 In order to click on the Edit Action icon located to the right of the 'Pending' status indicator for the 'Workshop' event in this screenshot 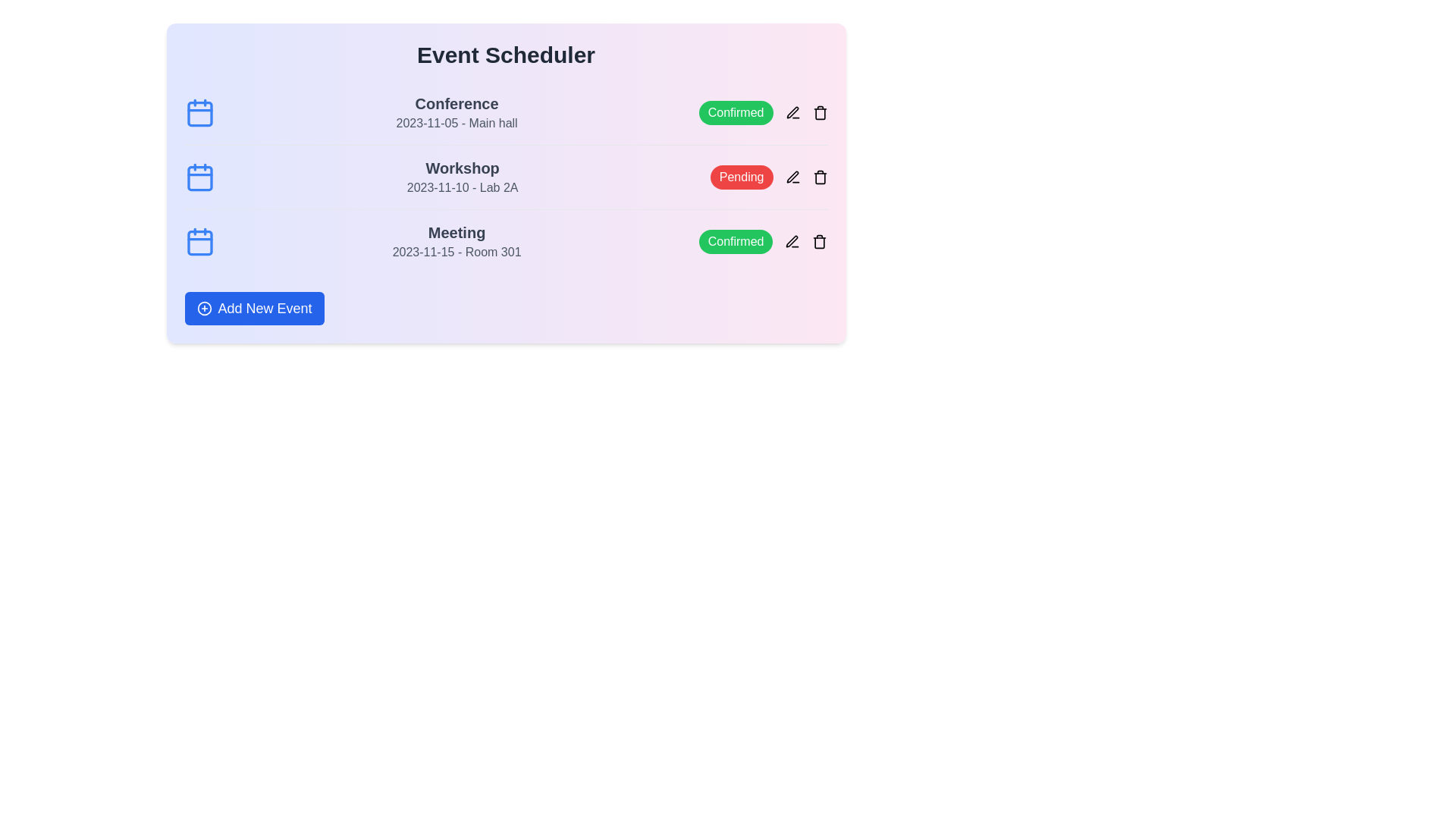, I will do `click(792, 111)`.